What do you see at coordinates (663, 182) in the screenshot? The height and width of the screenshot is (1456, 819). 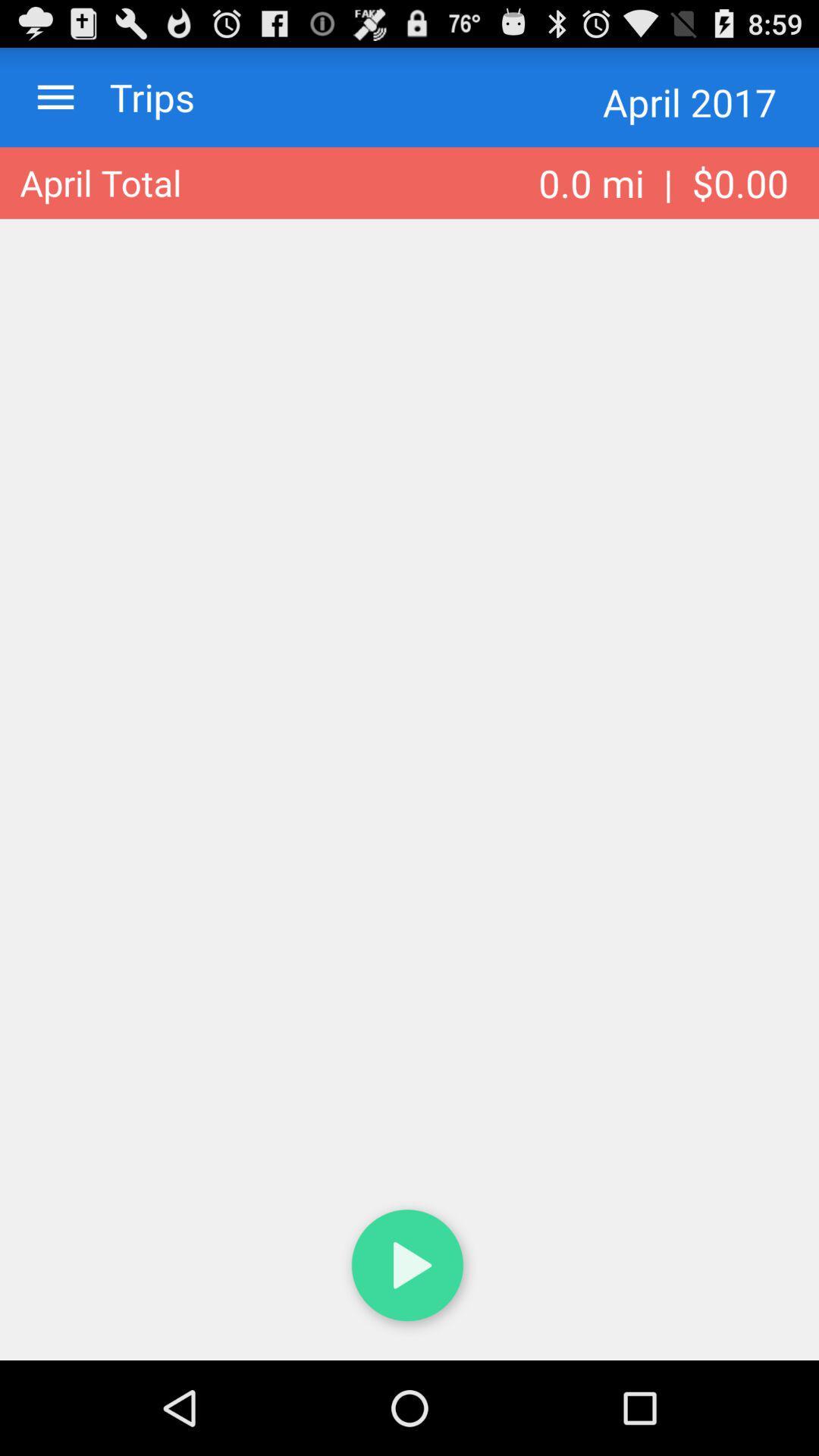 I see `app next to the april total icon` at bounding box center [663, 182].